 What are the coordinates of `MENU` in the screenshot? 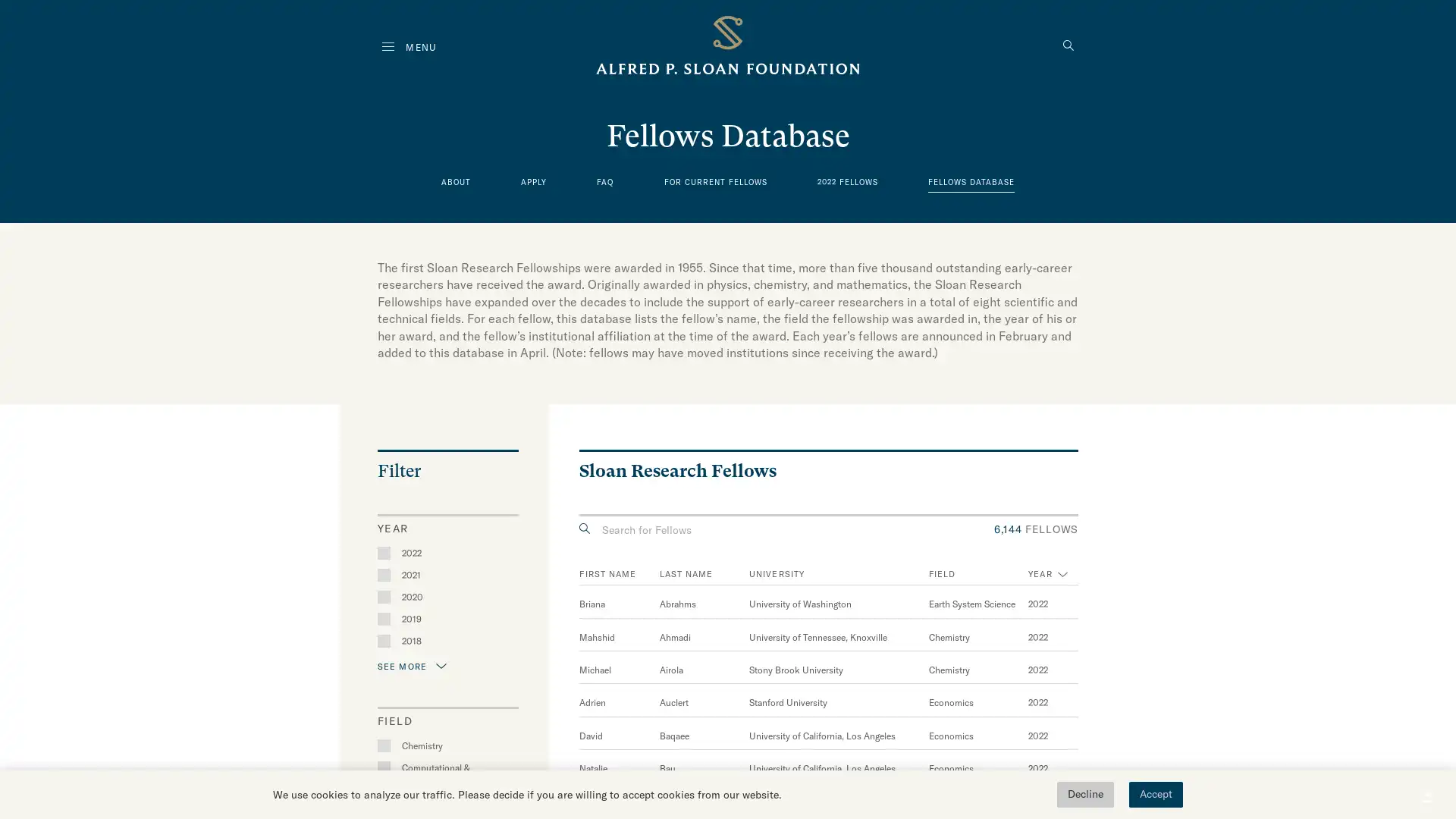 It's located at (409, 46).